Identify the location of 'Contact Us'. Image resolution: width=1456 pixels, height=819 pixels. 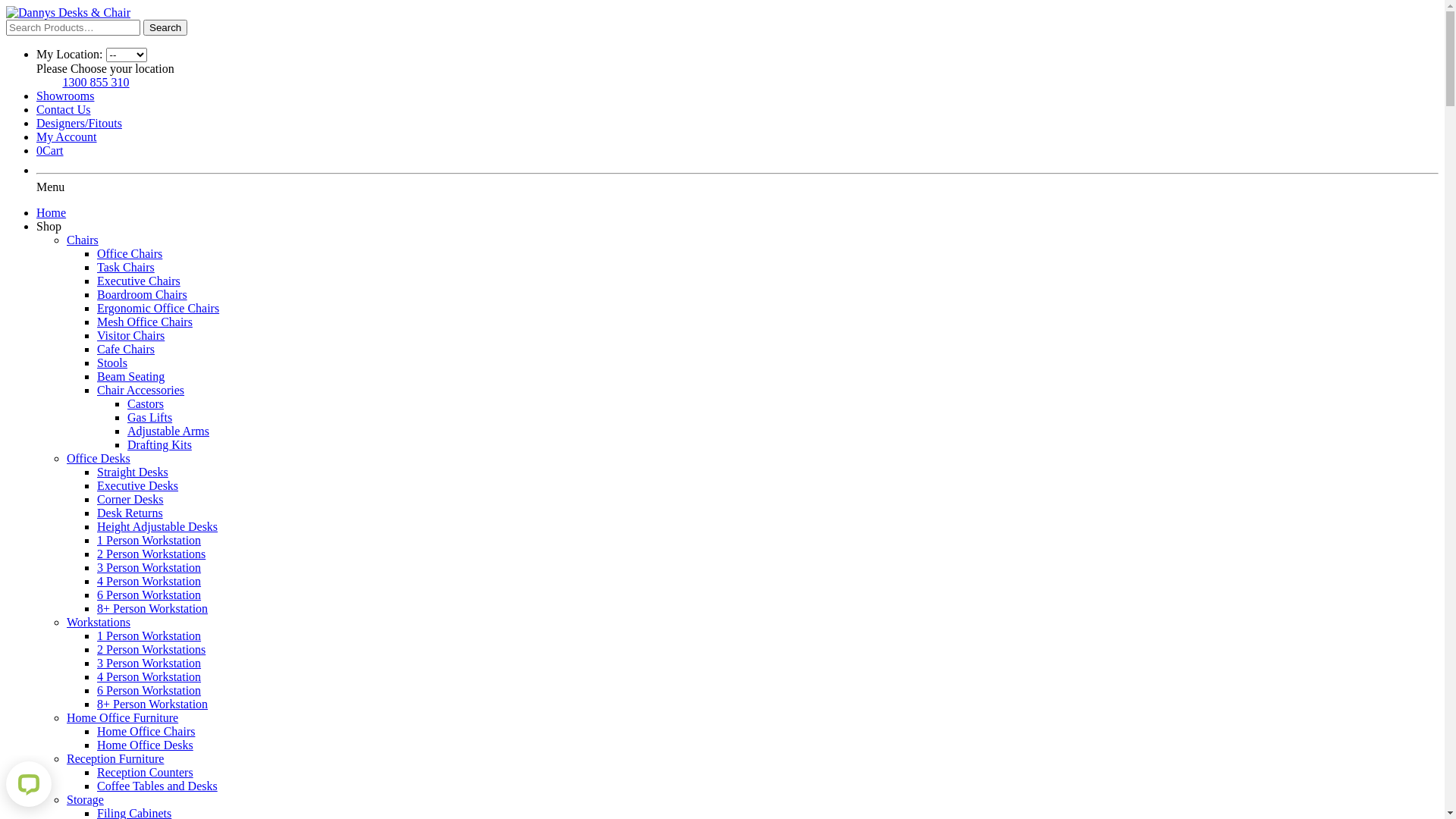
(62, 108).